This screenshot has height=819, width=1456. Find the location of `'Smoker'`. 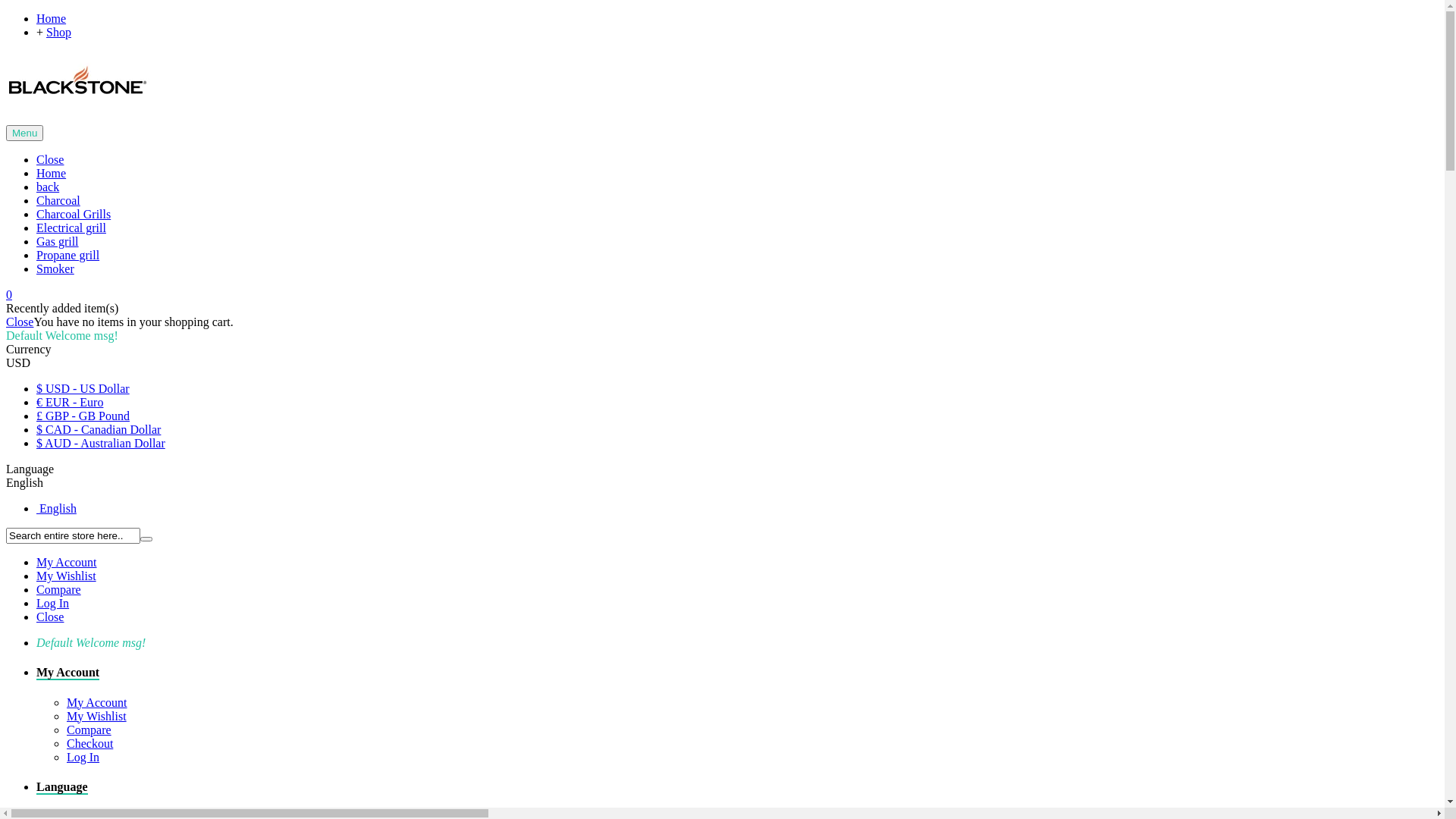

'Smoker' is located at coordinates (55, 268).